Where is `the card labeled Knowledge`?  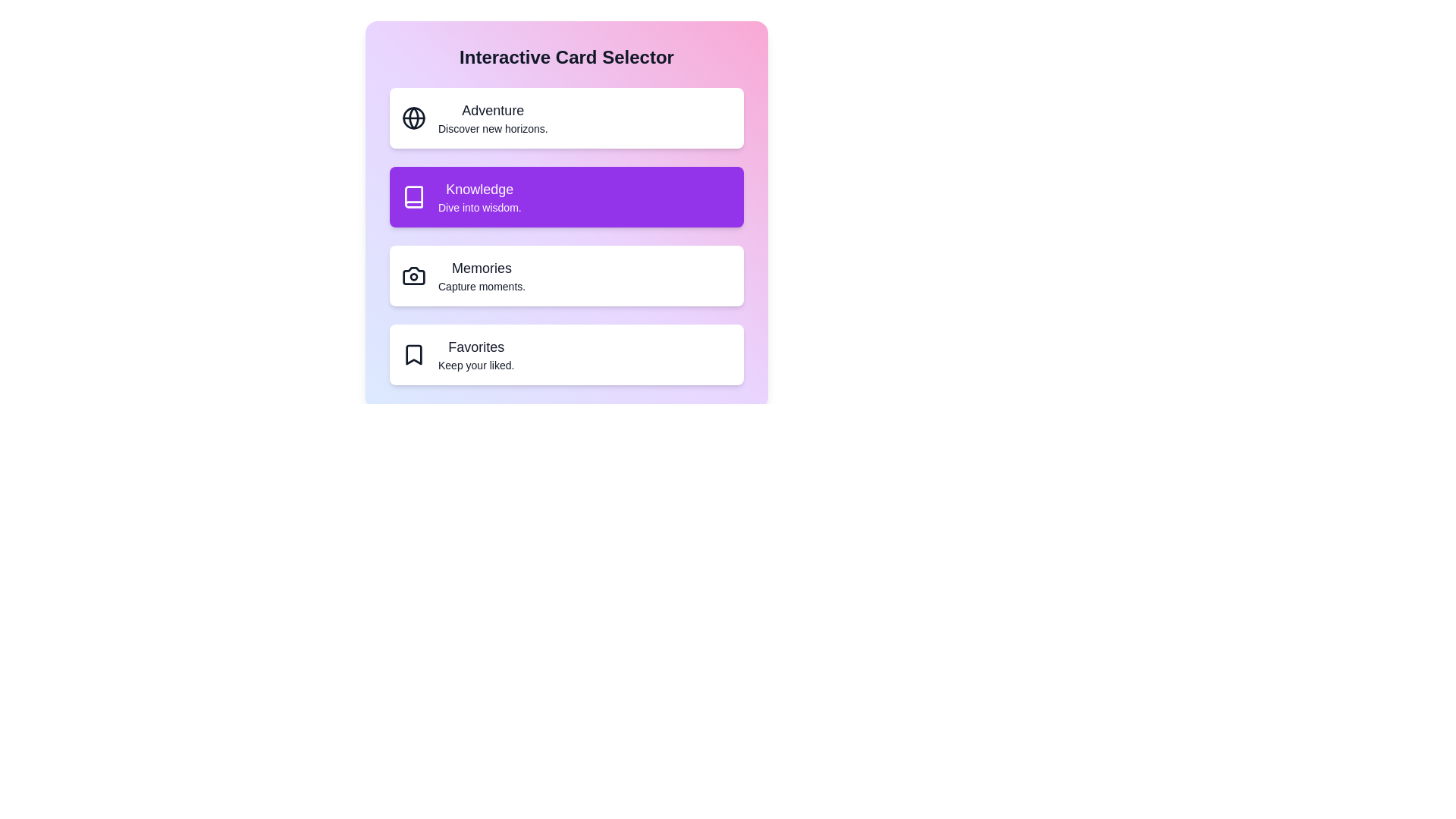 the card labeled Knowledge is located at coordinates (566, 196).